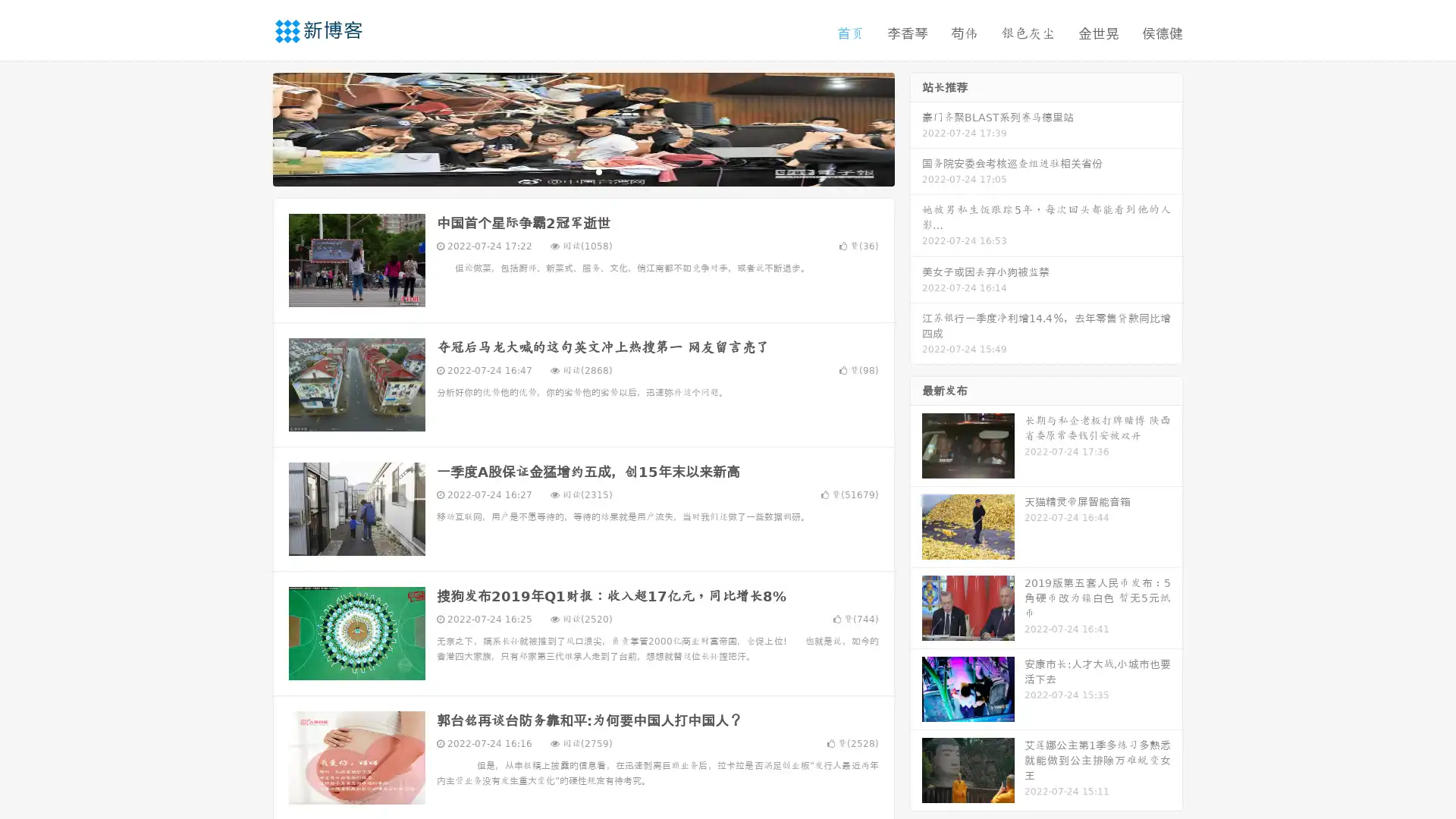  What do you see at coordinates (567, 171) in the screenshot?
I see `Go to slide 1` at bounding box center [567, 171].